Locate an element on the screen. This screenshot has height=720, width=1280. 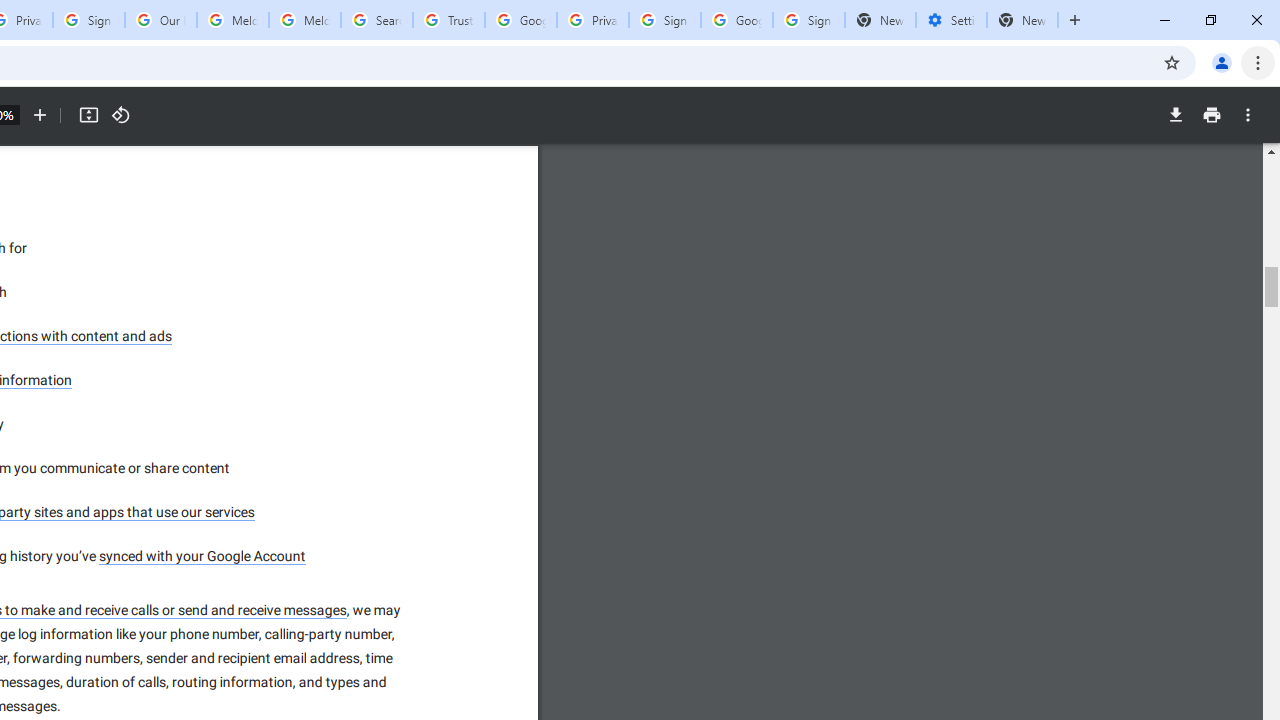
'You' is located at coordinates (1220, 61).